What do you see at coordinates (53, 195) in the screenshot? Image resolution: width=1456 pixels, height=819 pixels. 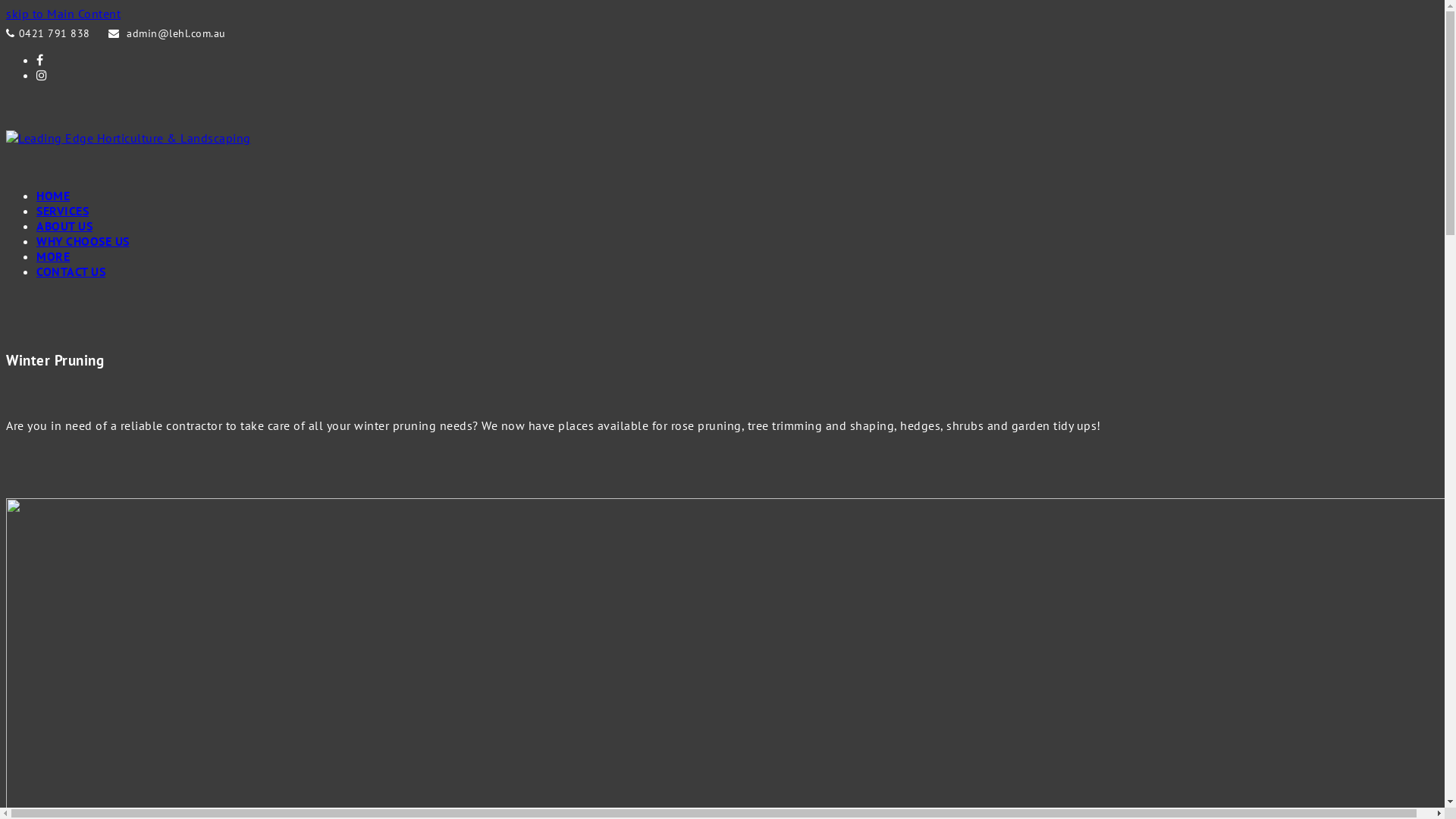 I see `'HOME'` at bounding box center [53, 195].